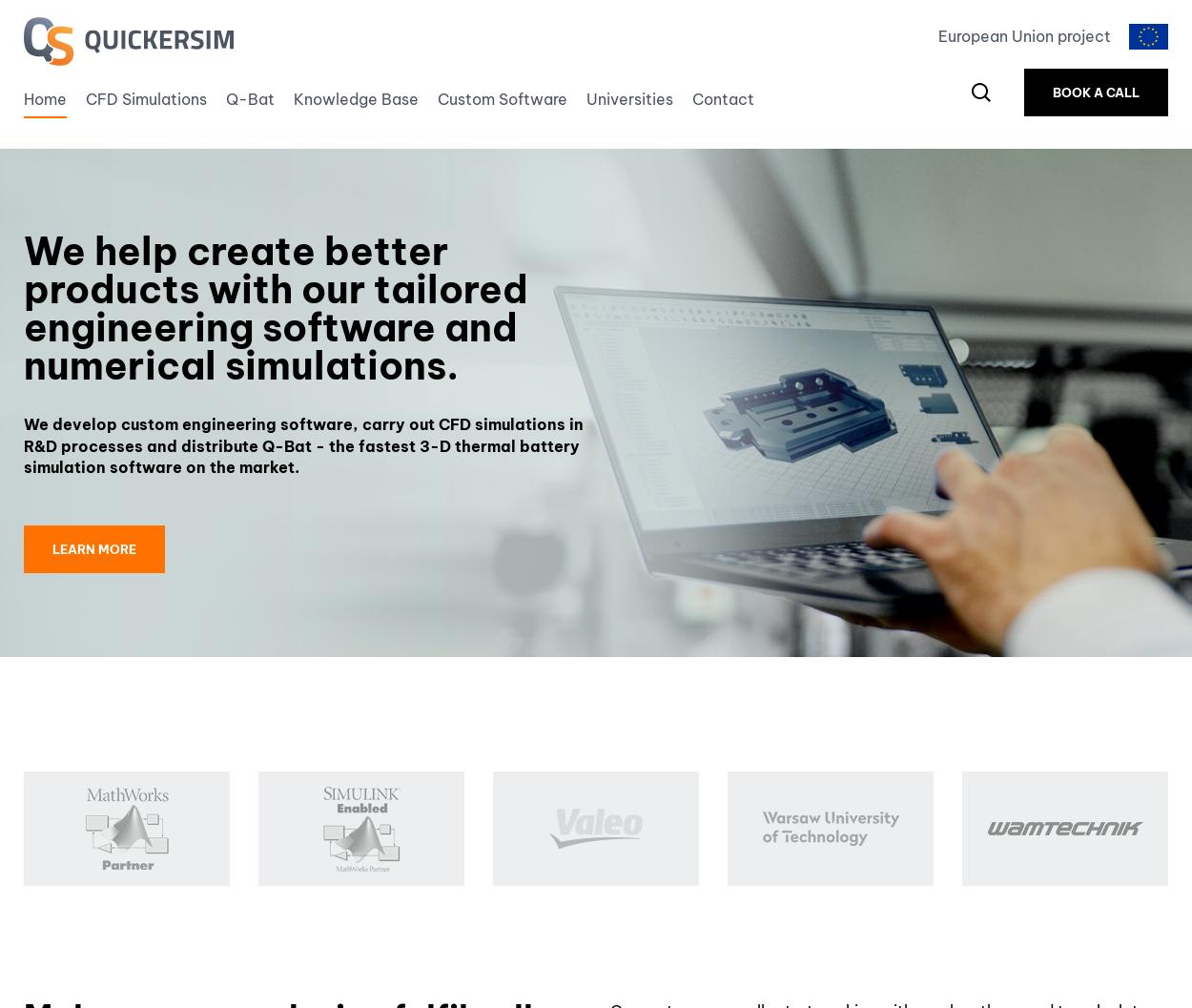  Describe the element at coordinates (302, 444) in the screenshot. I see `'We develop custom engineering software, carry out CFD simulations in R&D processes and distribute Q-Bat - the fastest 3-D thermal battery simulation software on the market.'` at that location.